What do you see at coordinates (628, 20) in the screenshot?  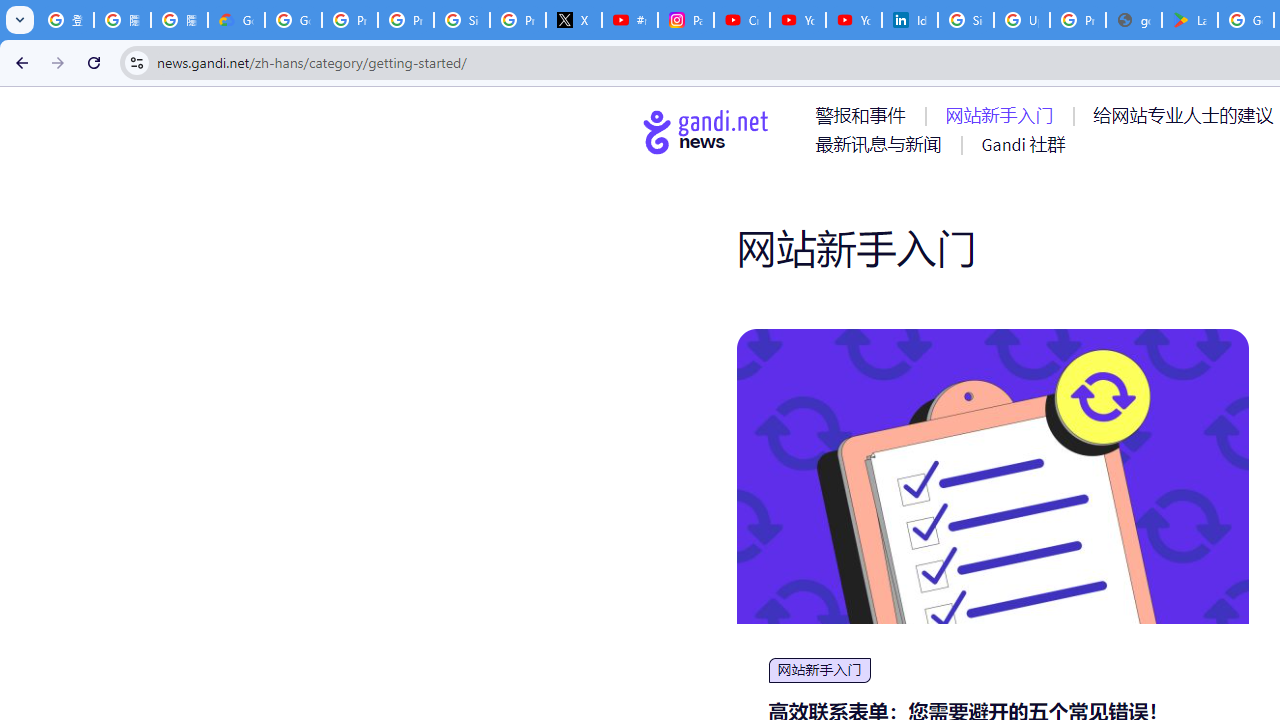 I see `'#nbabasketballhighlights - YouTube'` at bounding box center [628, 20].